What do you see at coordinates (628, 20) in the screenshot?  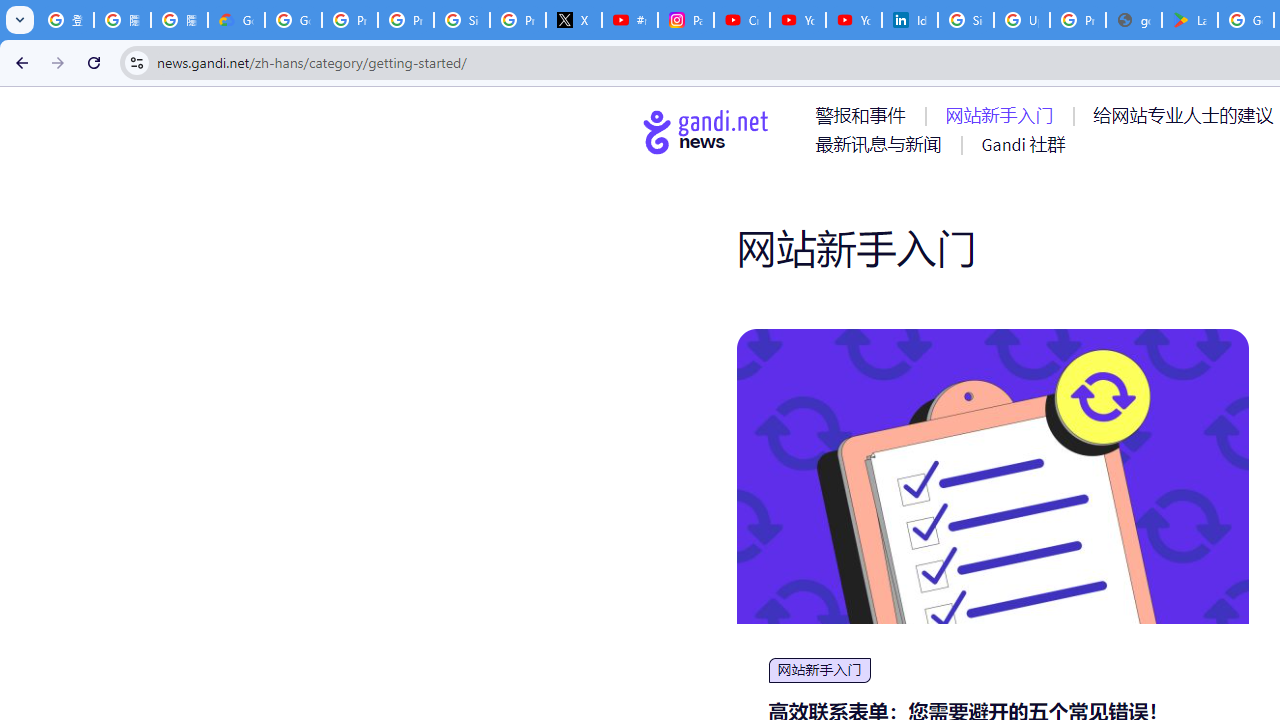 I see `'#nbabasketballhighlights - YouTube'` at bounding box center [628, 20].